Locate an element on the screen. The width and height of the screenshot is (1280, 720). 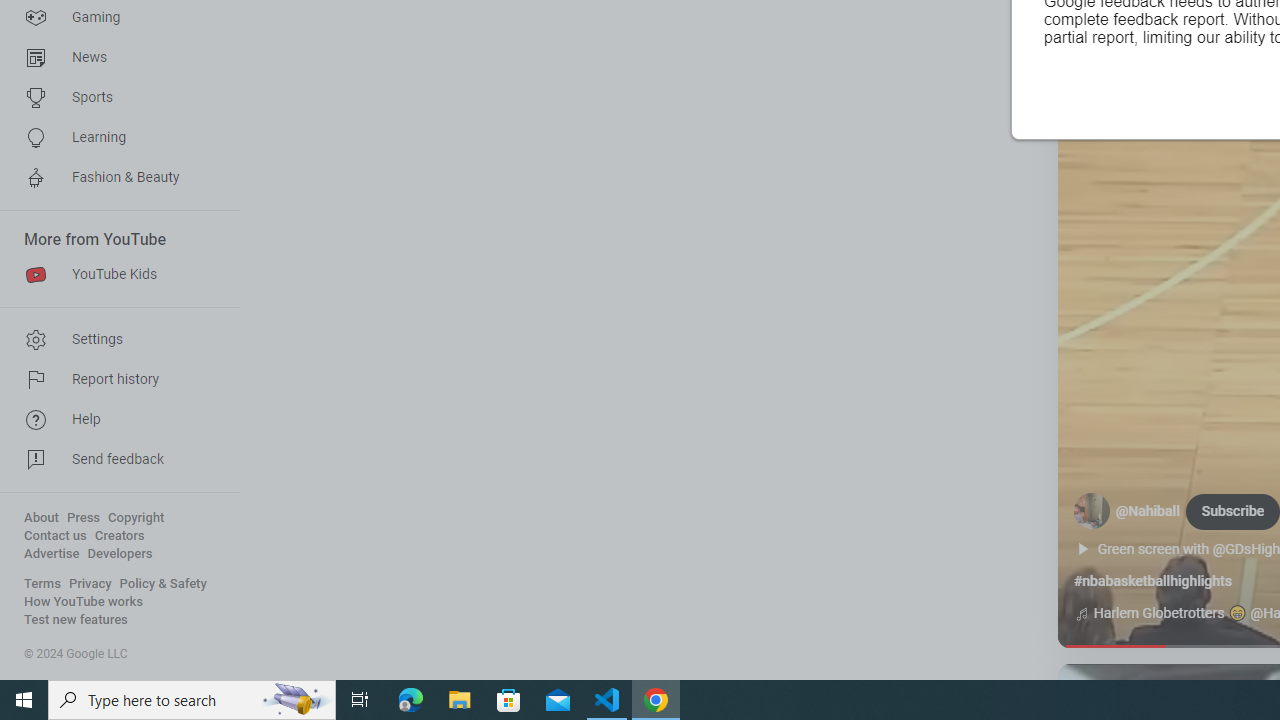
'Press' is located at coordinates (82, 517).